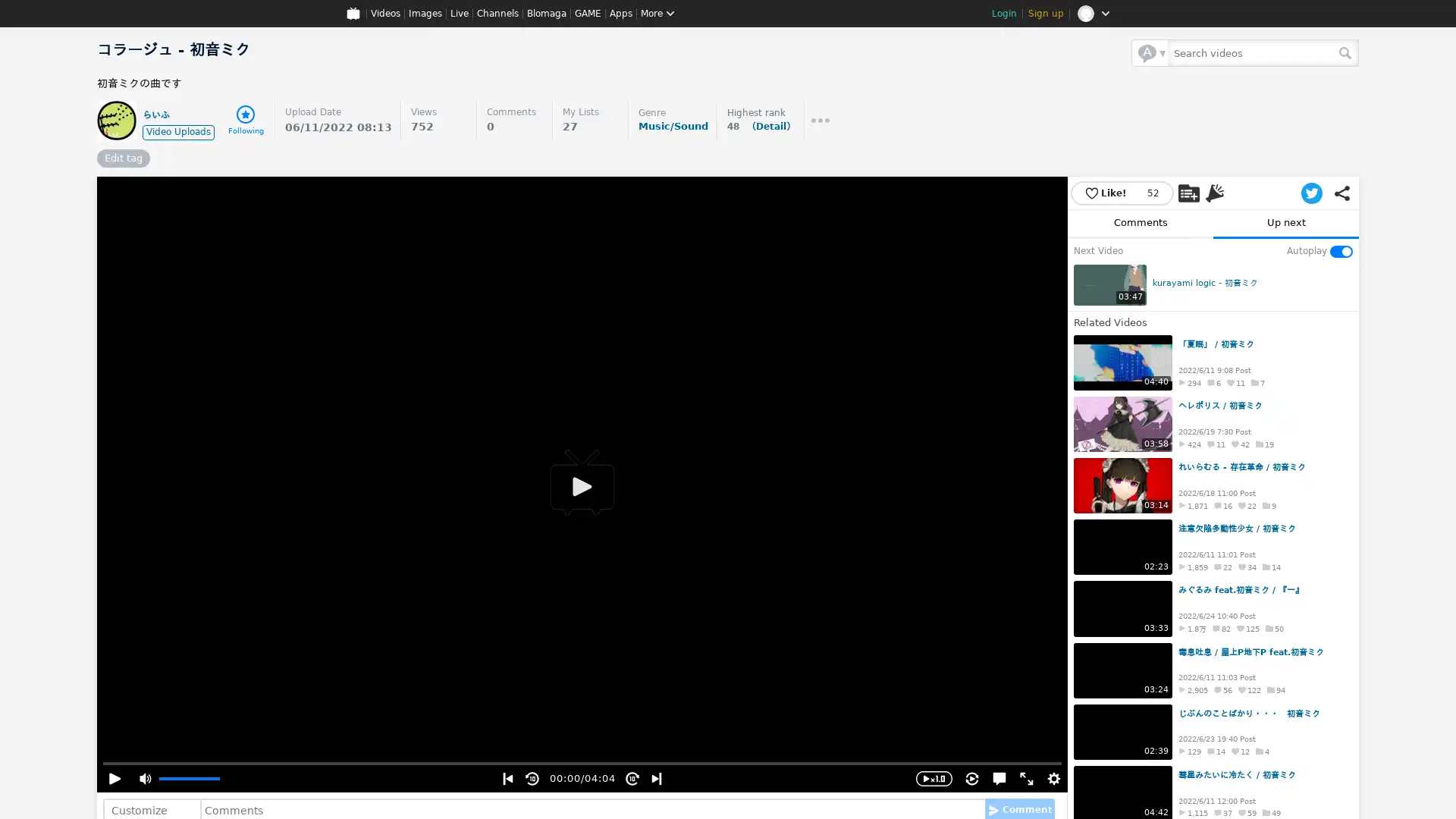 This screenshot has height=819, width=1456. What do you see at coordinates (146, 778) in the screenshot?
I see `Mute` at bounding box center [146, 778].